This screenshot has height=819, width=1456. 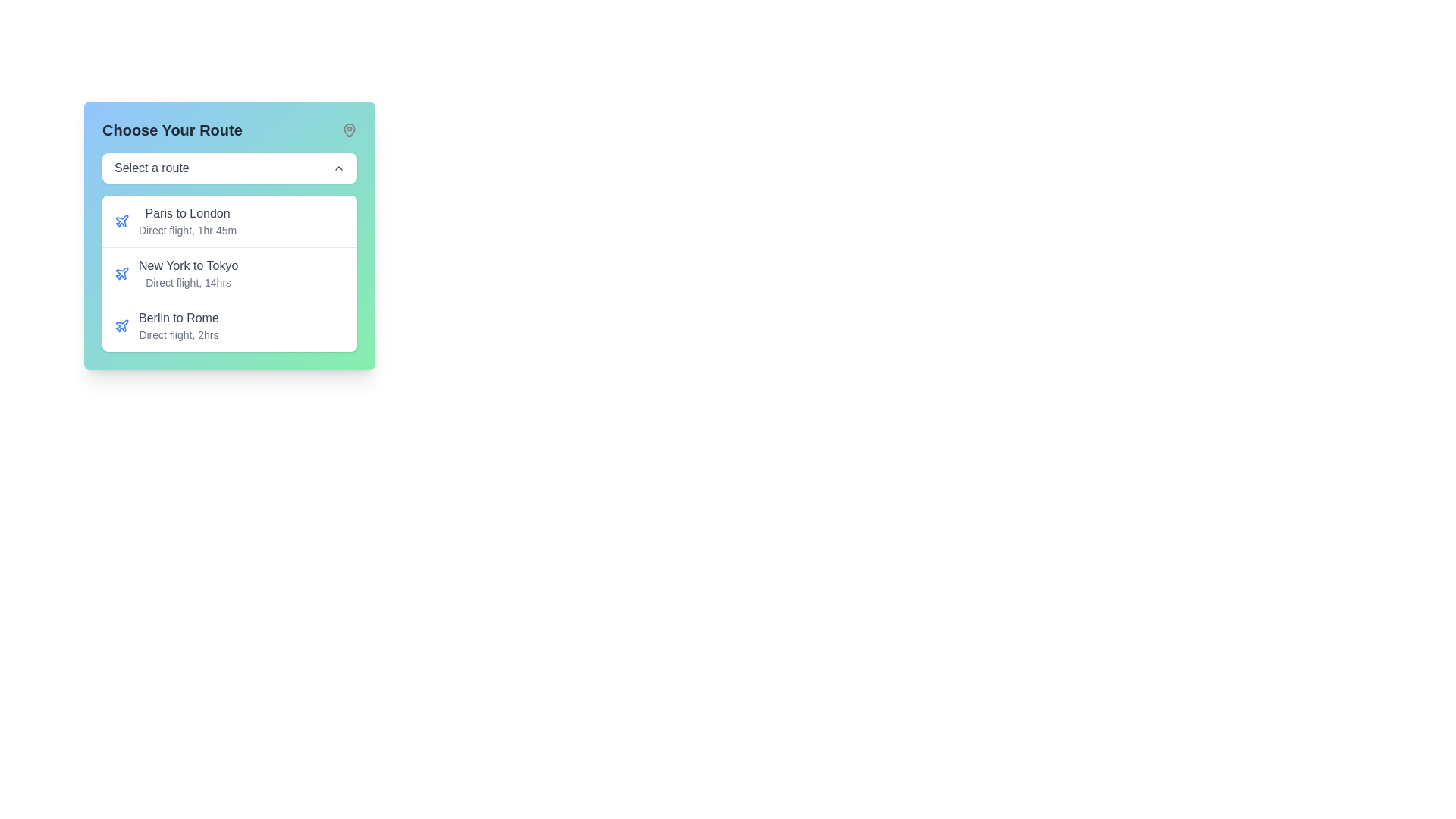 What do you see at coordinates (337, 168) in the screenshot?
I see `the chevron icon located at the top-right corner of the 'Select a route' input box in the 'Choose Your Route' card, which indicates the dropdown menu functionality` at bounding box center [337, 168].